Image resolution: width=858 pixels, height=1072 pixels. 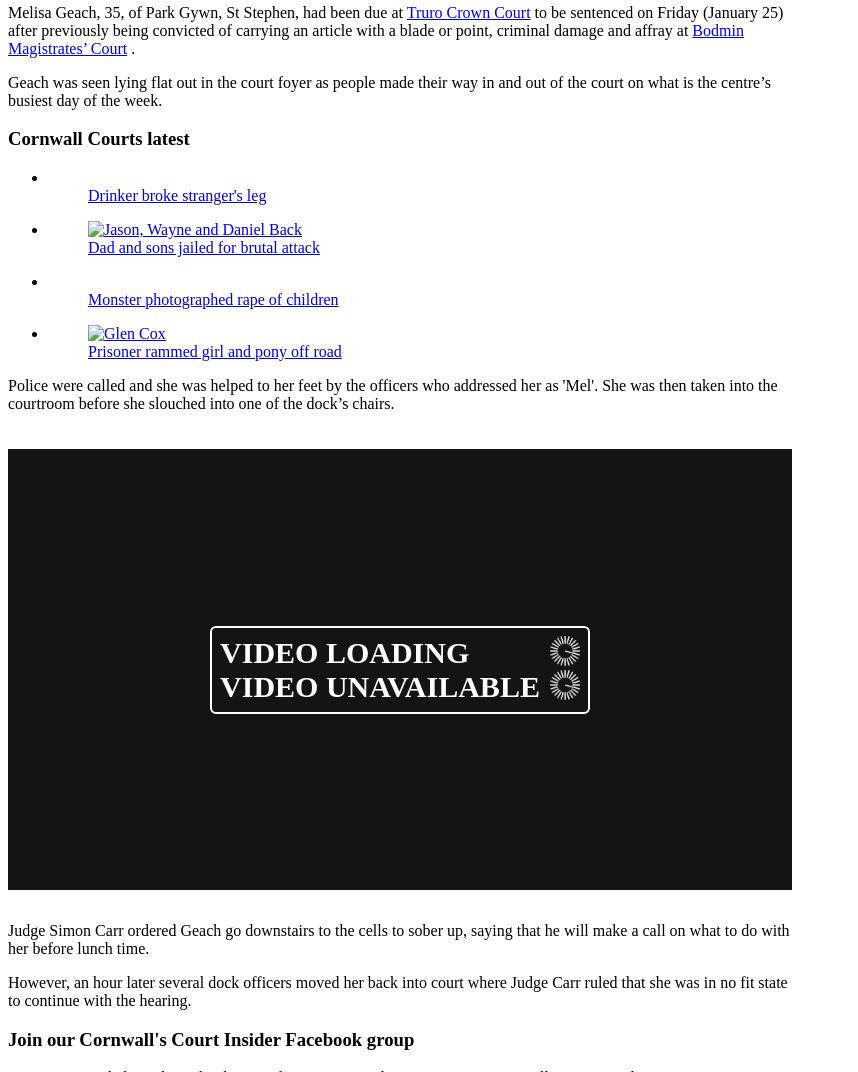 What do you see at coordinates (213, 298) in the screenshot?
I see `'Monster photographed rape of children'` at bounding box center [213, 298].